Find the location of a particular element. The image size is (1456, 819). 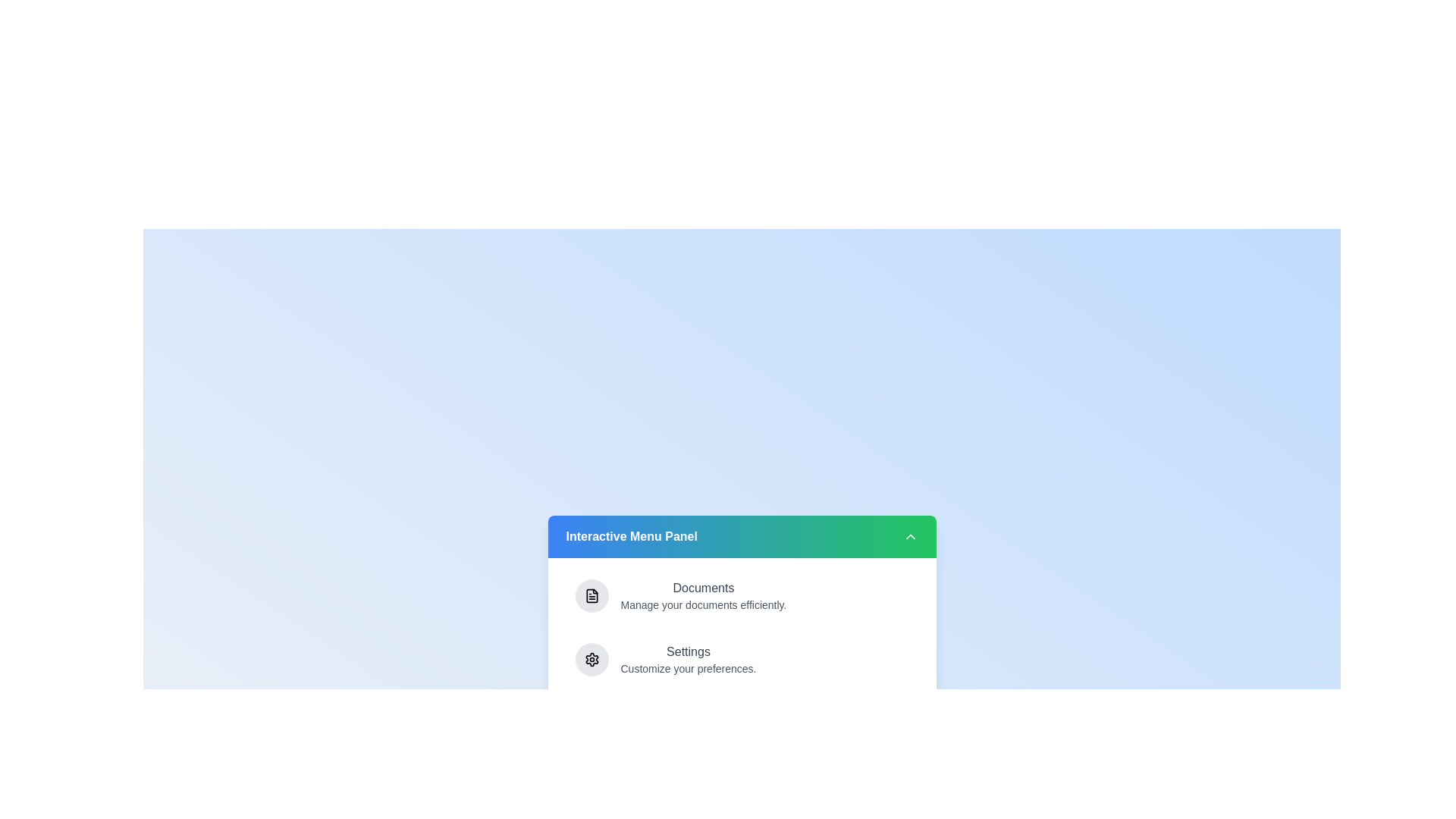

the menu item Documents to highlight it is located at coordinates (742, 595).